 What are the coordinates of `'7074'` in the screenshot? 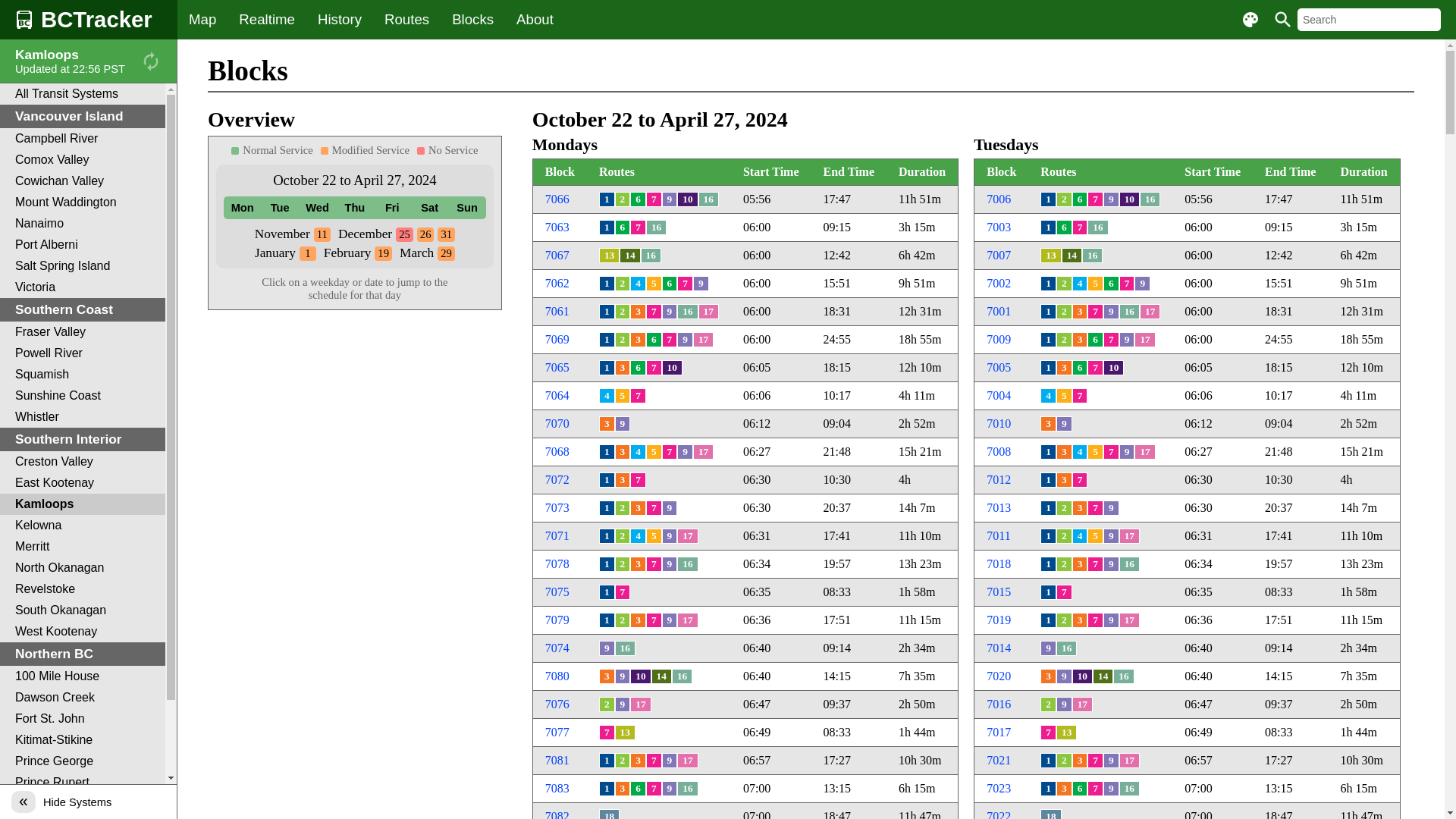 It's located at (556, 648).